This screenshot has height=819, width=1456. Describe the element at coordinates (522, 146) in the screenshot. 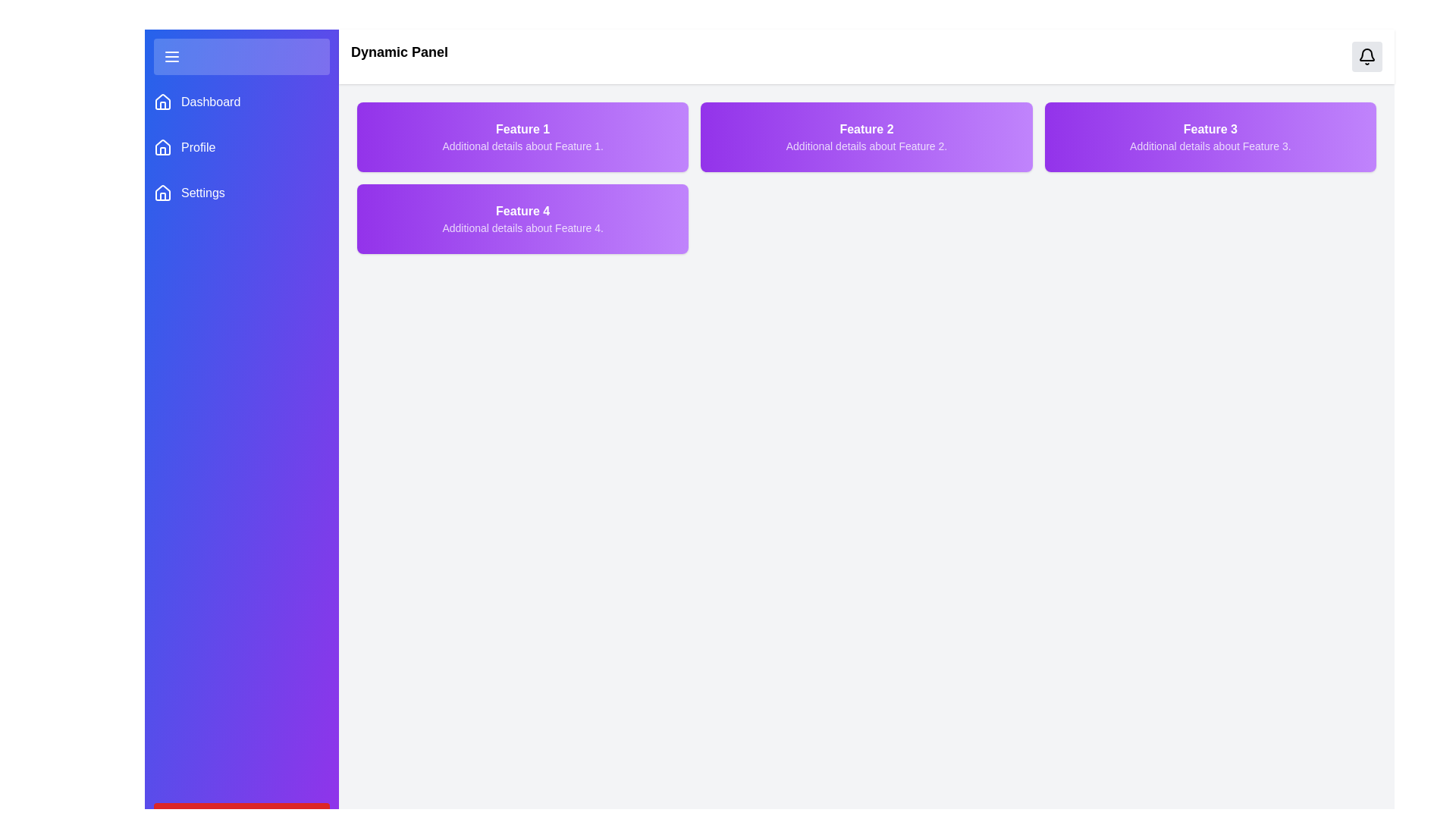

I see `the static text label that provides additional descriptive information related to 'Feature 1', positioned directly below the header within the feature card in the top-left area of the grid layout` at that location.